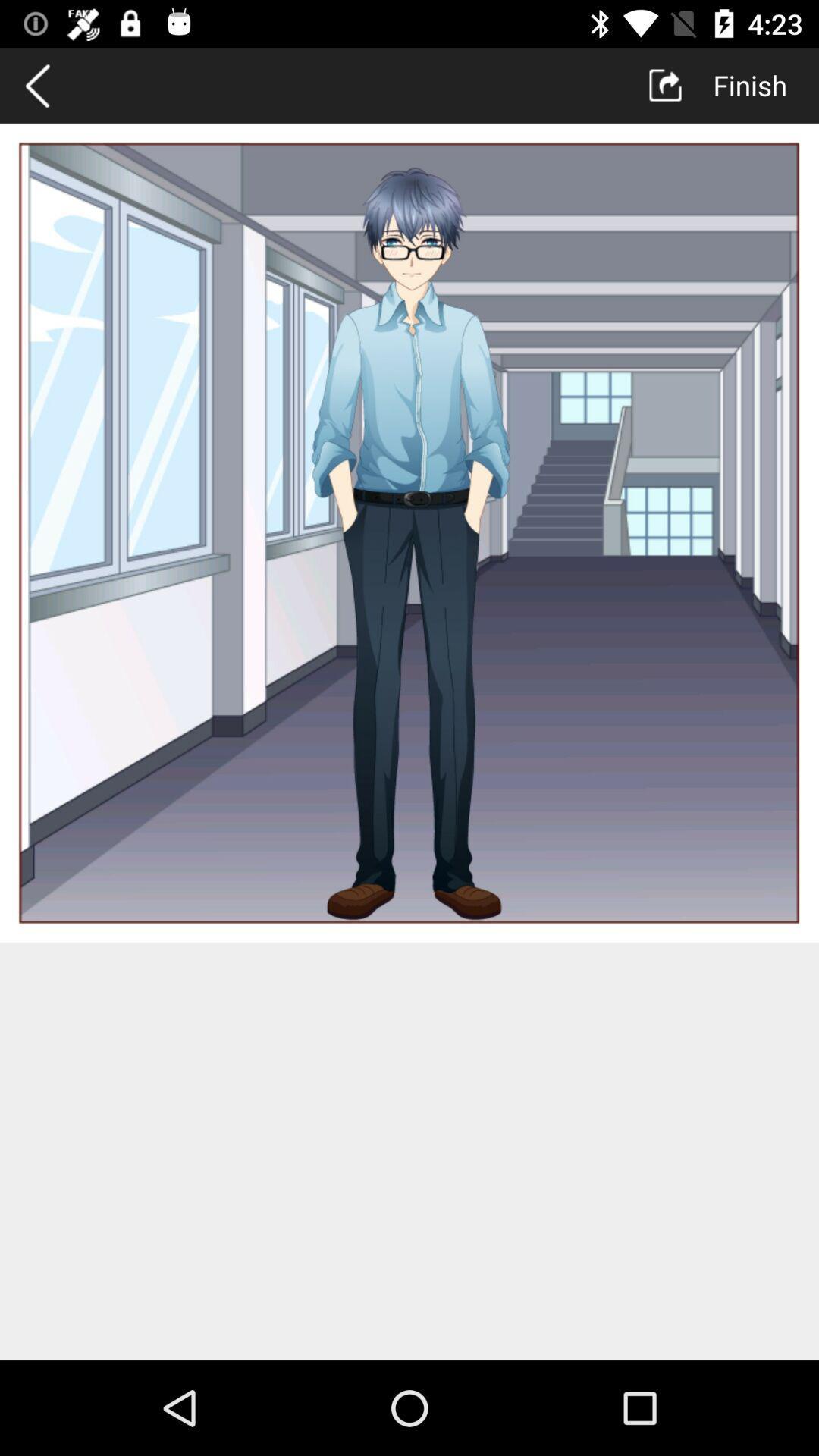  Describe the element at coordinates (36, 84) in the screenshot. I see `the arrow_backward icon` at that location.